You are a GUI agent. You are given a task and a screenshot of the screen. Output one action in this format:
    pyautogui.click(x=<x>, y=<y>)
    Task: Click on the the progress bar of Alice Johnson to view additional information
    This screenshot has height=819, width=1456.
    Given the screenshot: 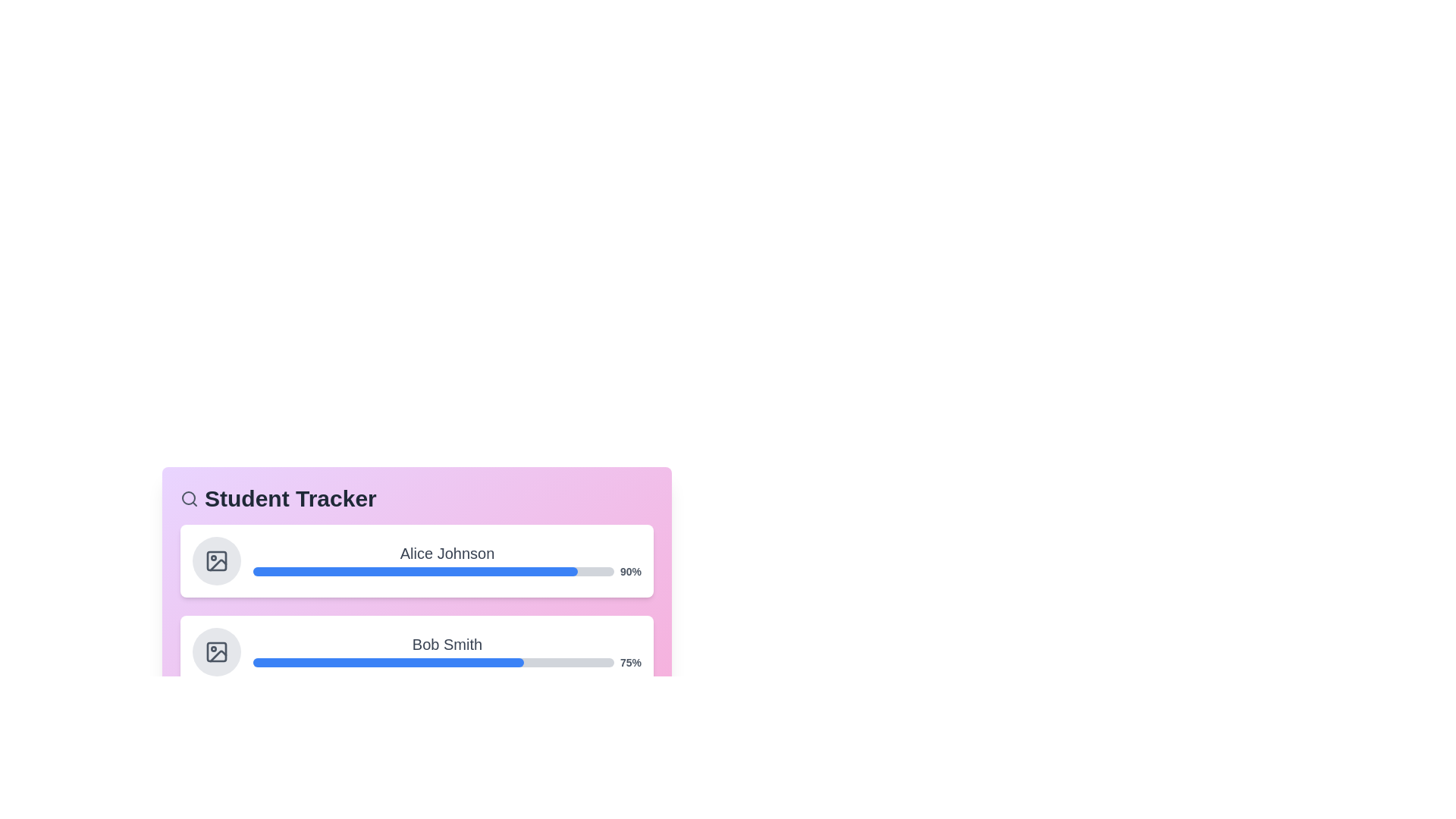 What is the action you would take?
    pyautogui.click(x=432, y=571)
    